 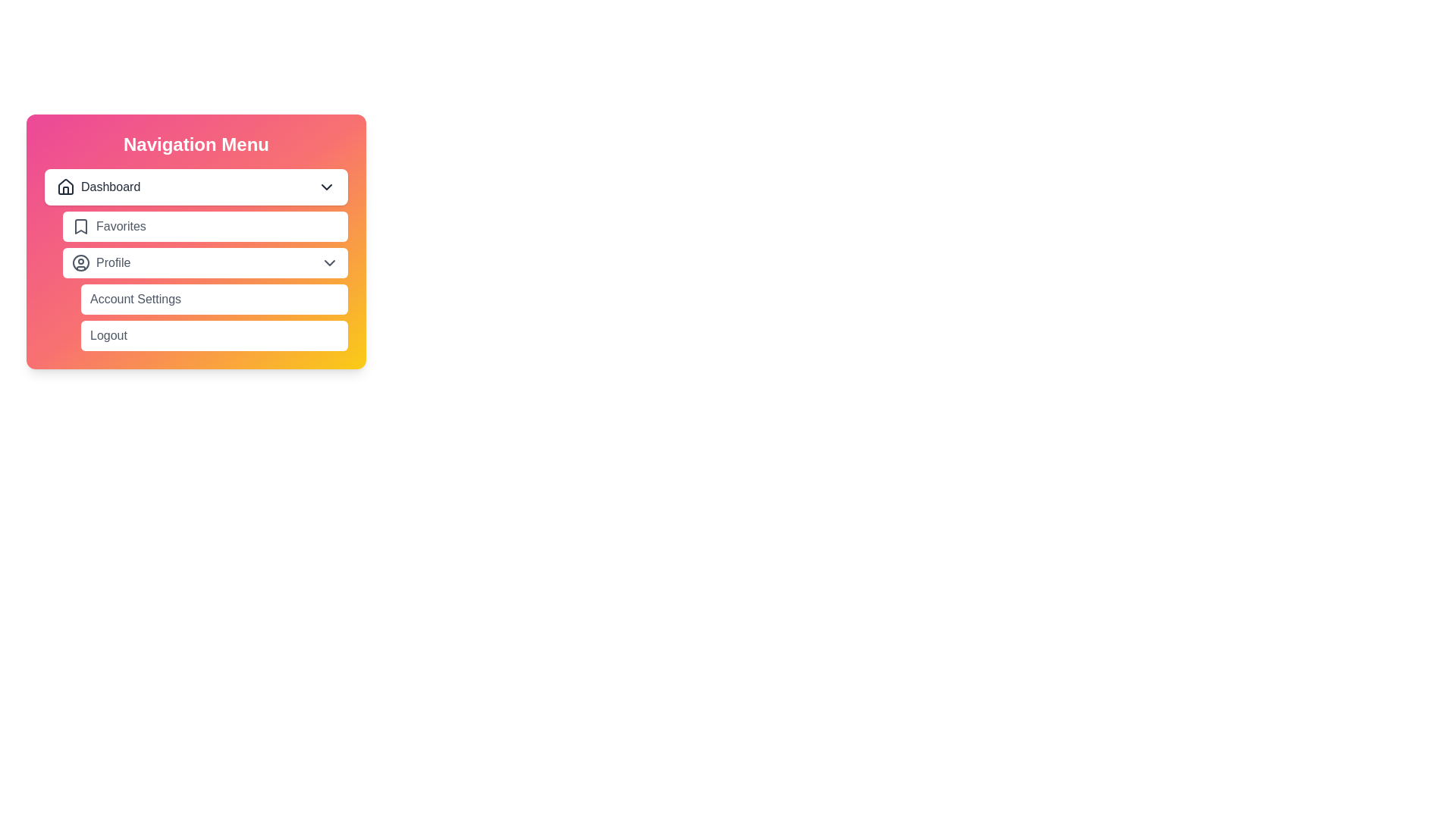 What do you see at coordinates (329, 262) in the screenshot?
I see `the chevron icon located at the far right of the 'Profile' menu item in the navigation menu` at bounding box center [329, 262].